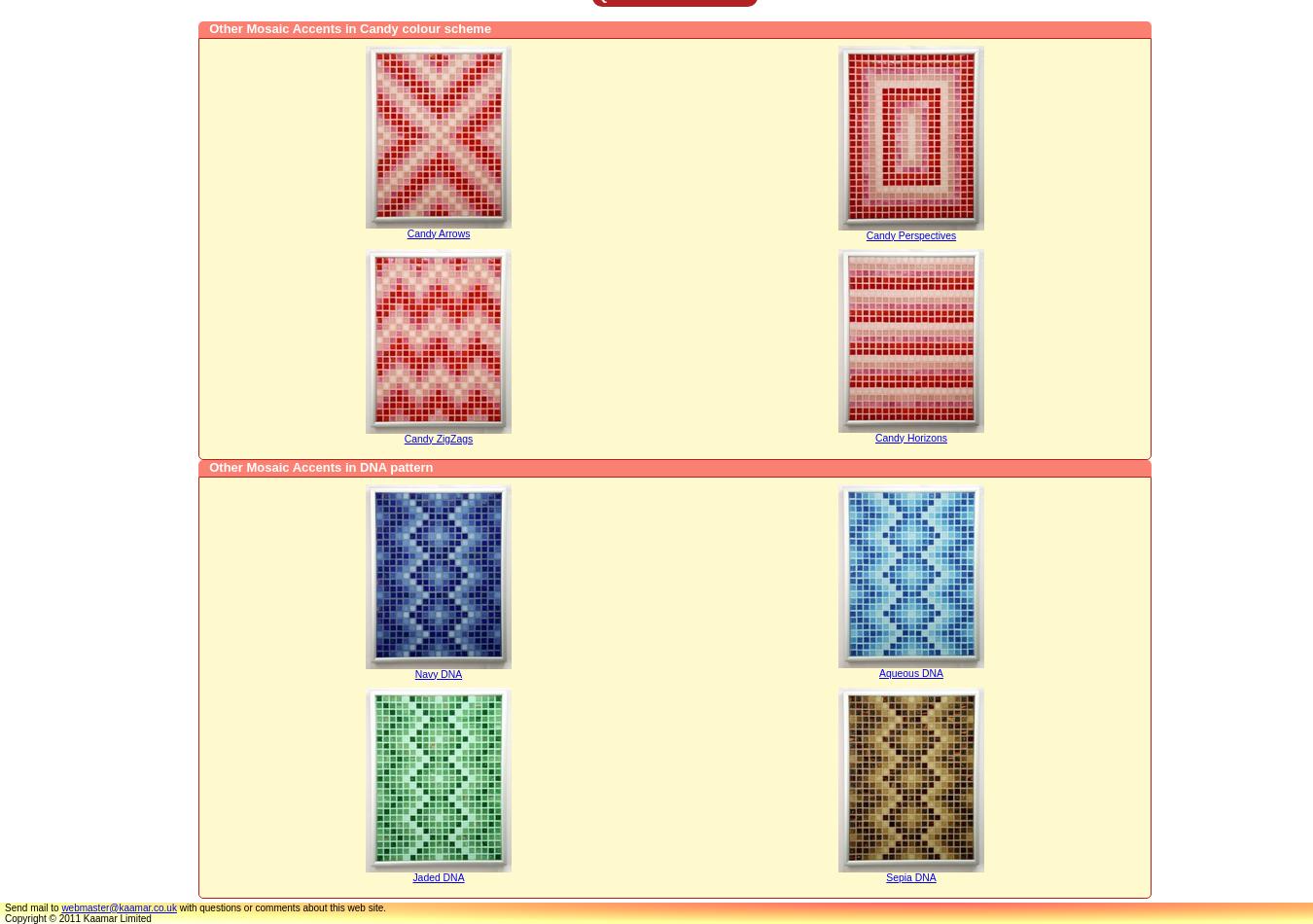 The width and height of the screenshot is (1313, 924). What do you see at coordinates (280, 906) in the screenshot?
I see `'with questions or comments about this web site.'` at bounding box center [280, 906].